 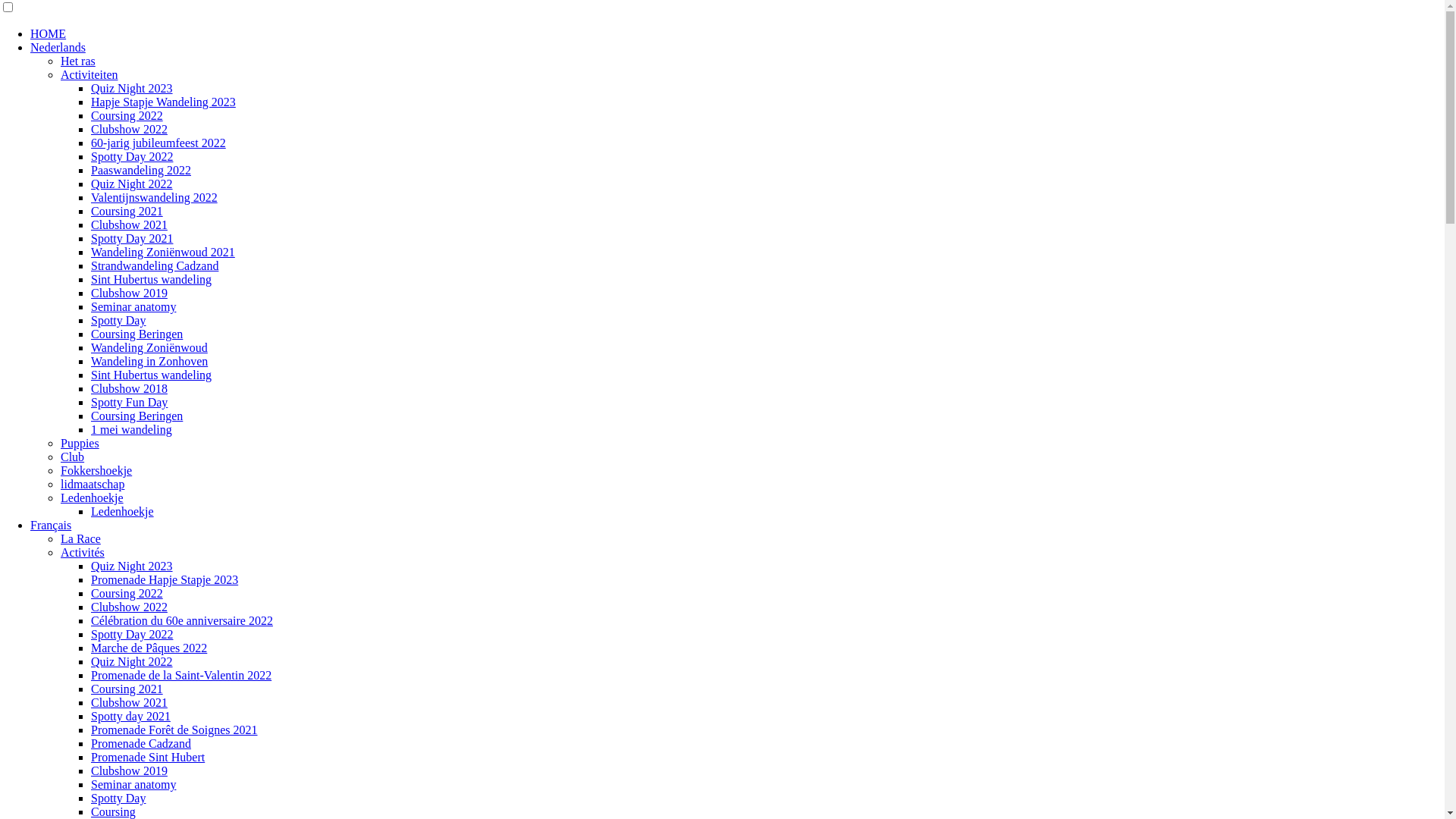 I want to click on 'lidmaatschap', so click(x=91, y=484).